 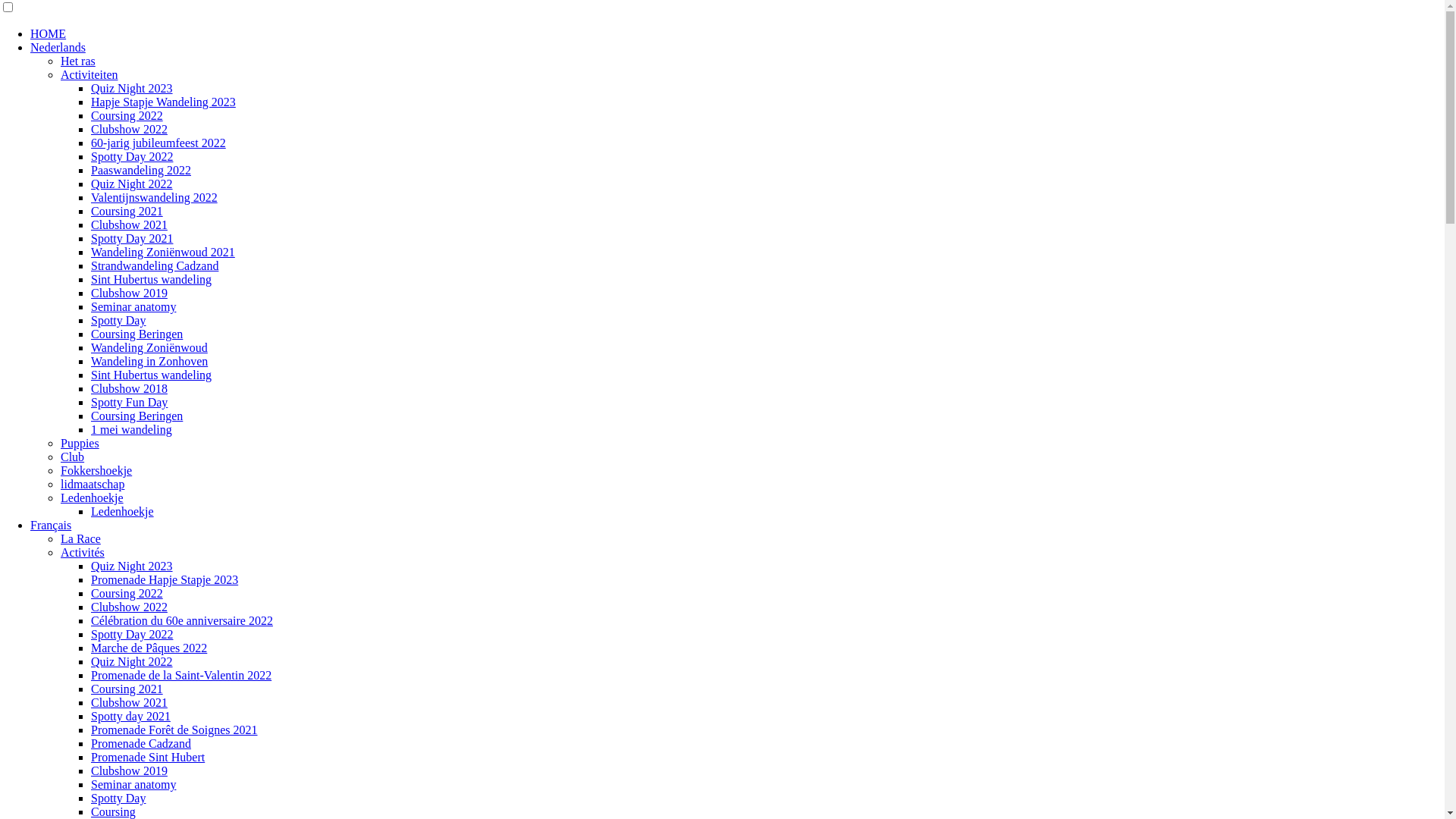 I want to click on 'lidmaatschap', so click(x=91, y=484).